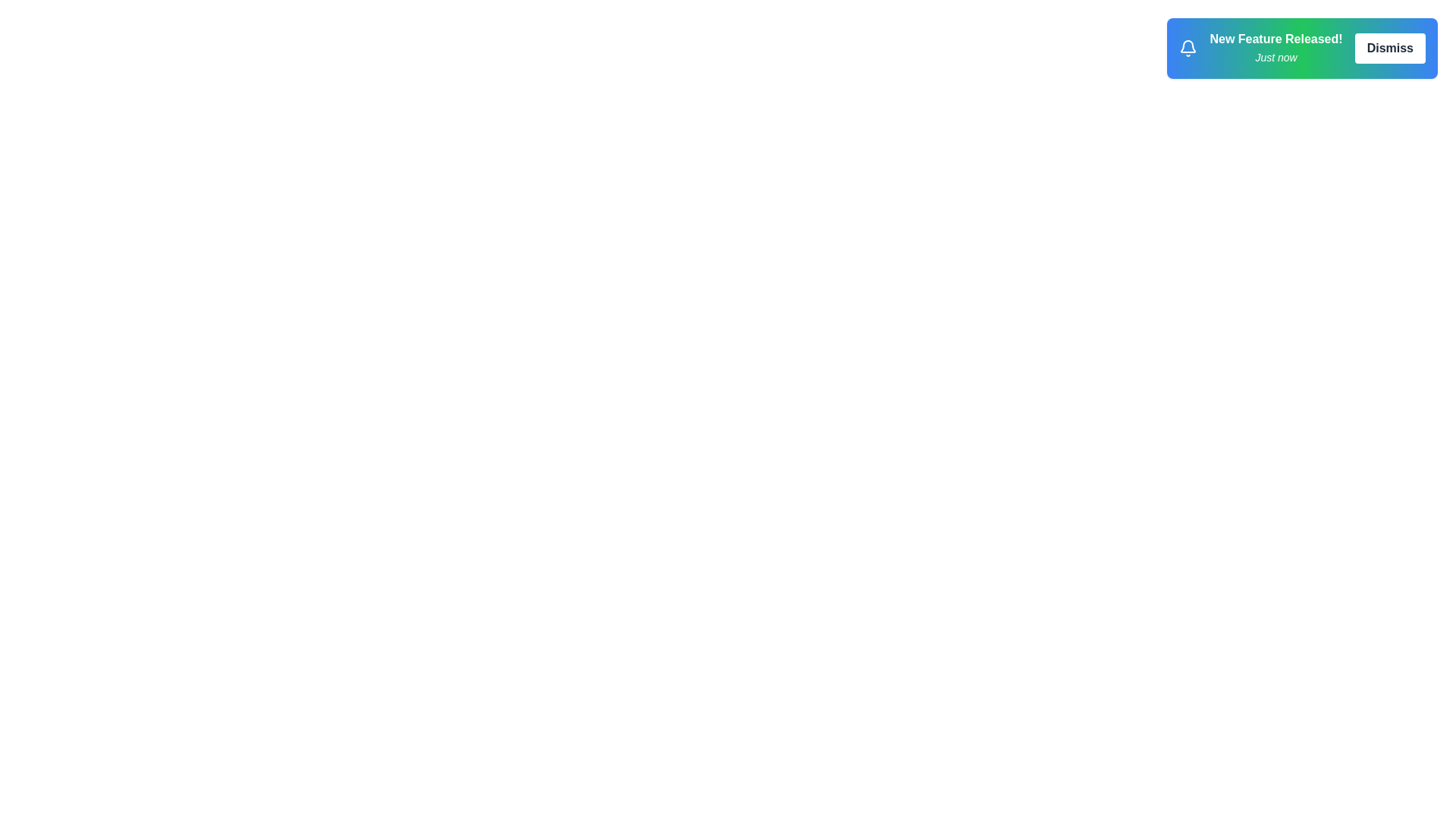 Image resolution: width=1456 pixels, height=819 pixels. What do you see at coordinates (1301, 48) in the screenshot?
I see `the notification area to inspect its details` at bounding box center [1301, 48].